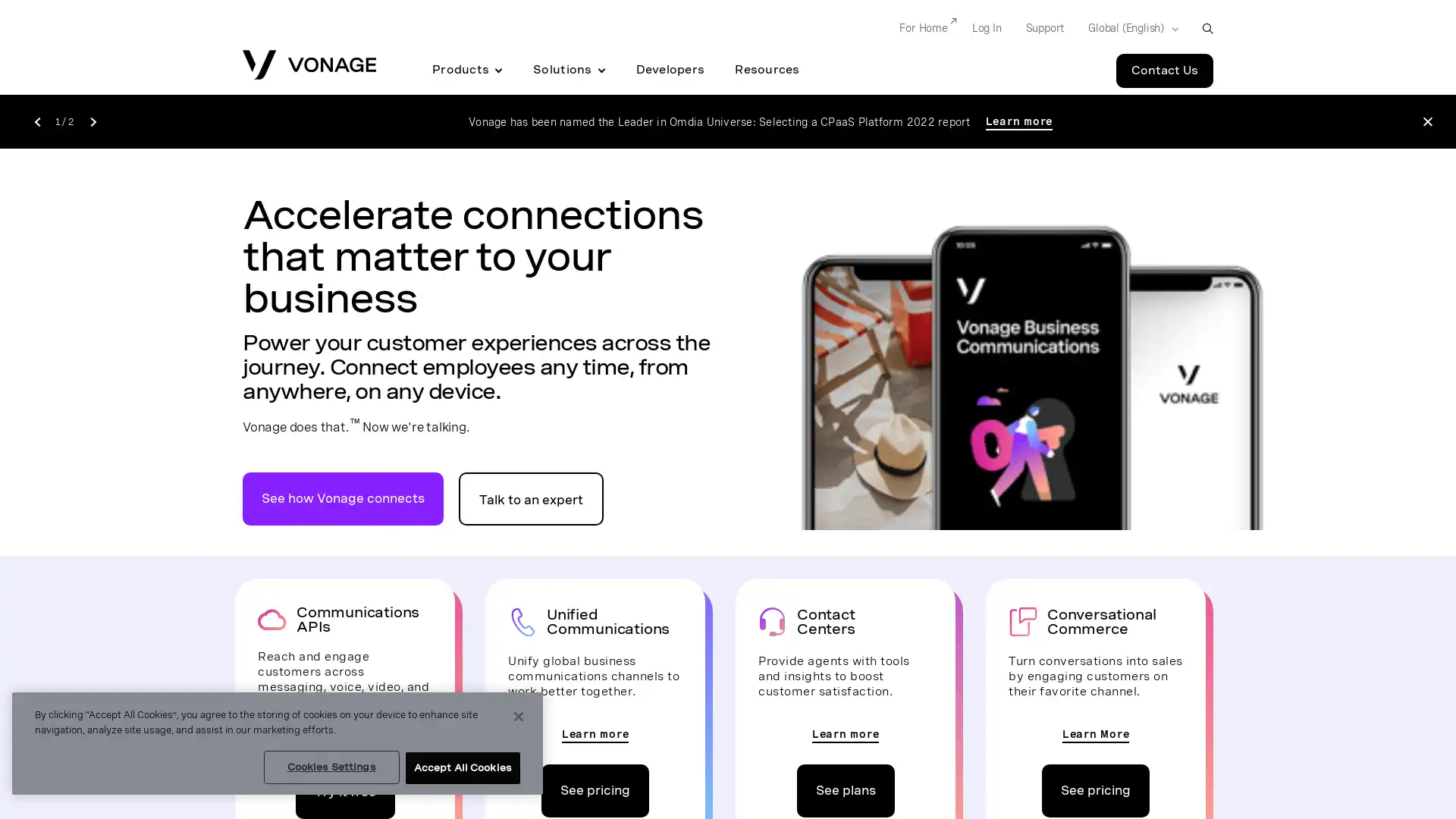 Image resolution: width=1456 pixels, height=819 pixels. What do you see at coordinates (519, 717) in the screenshot?
I see `Close` at bounding box center [519, 717].